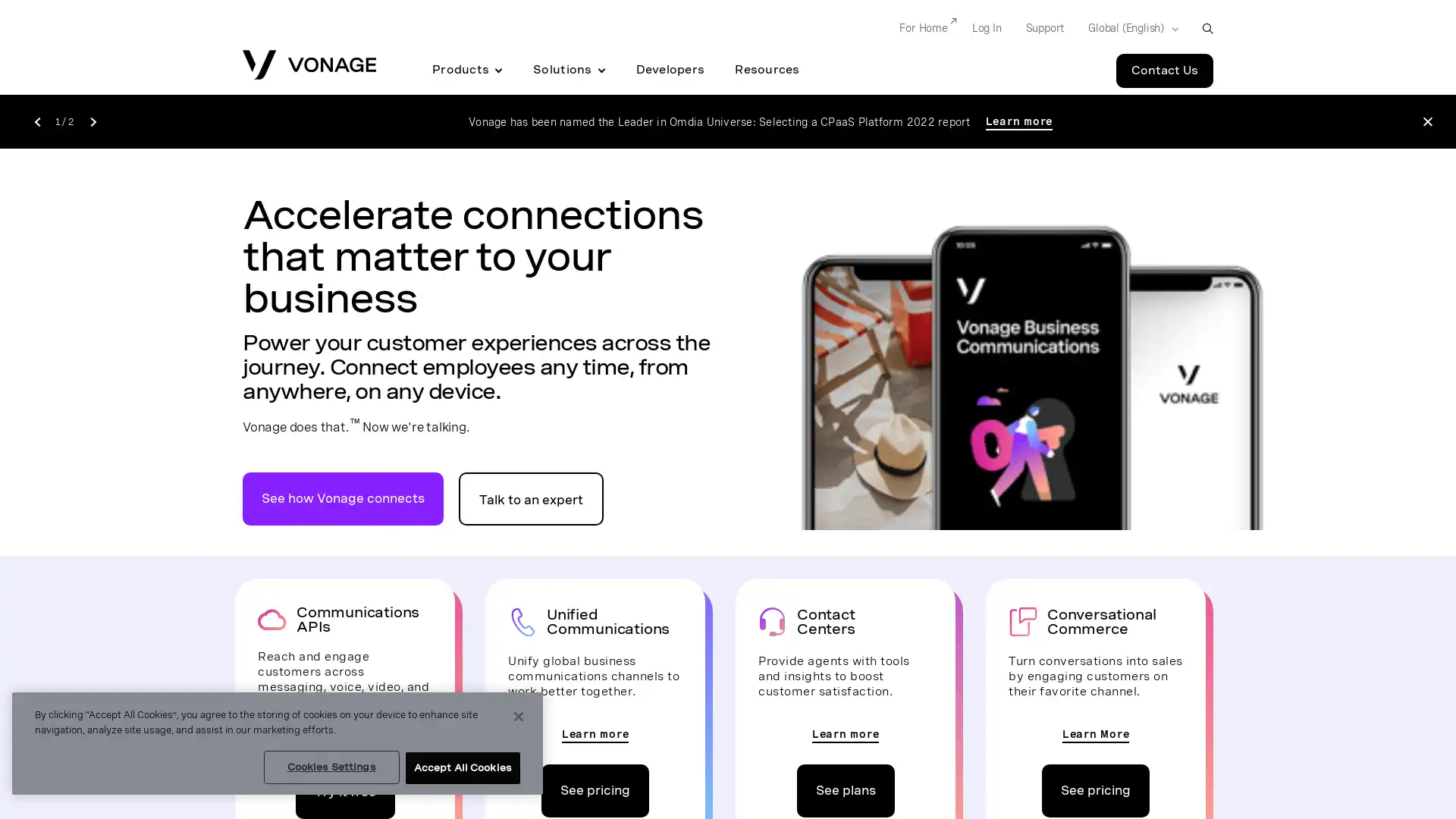 Image resolution: width=1456 pixels, height=819 pixels. What do you see at coordinates (519, 717) in the screenshot?
I see `Close` at bounding box center [519, 717].